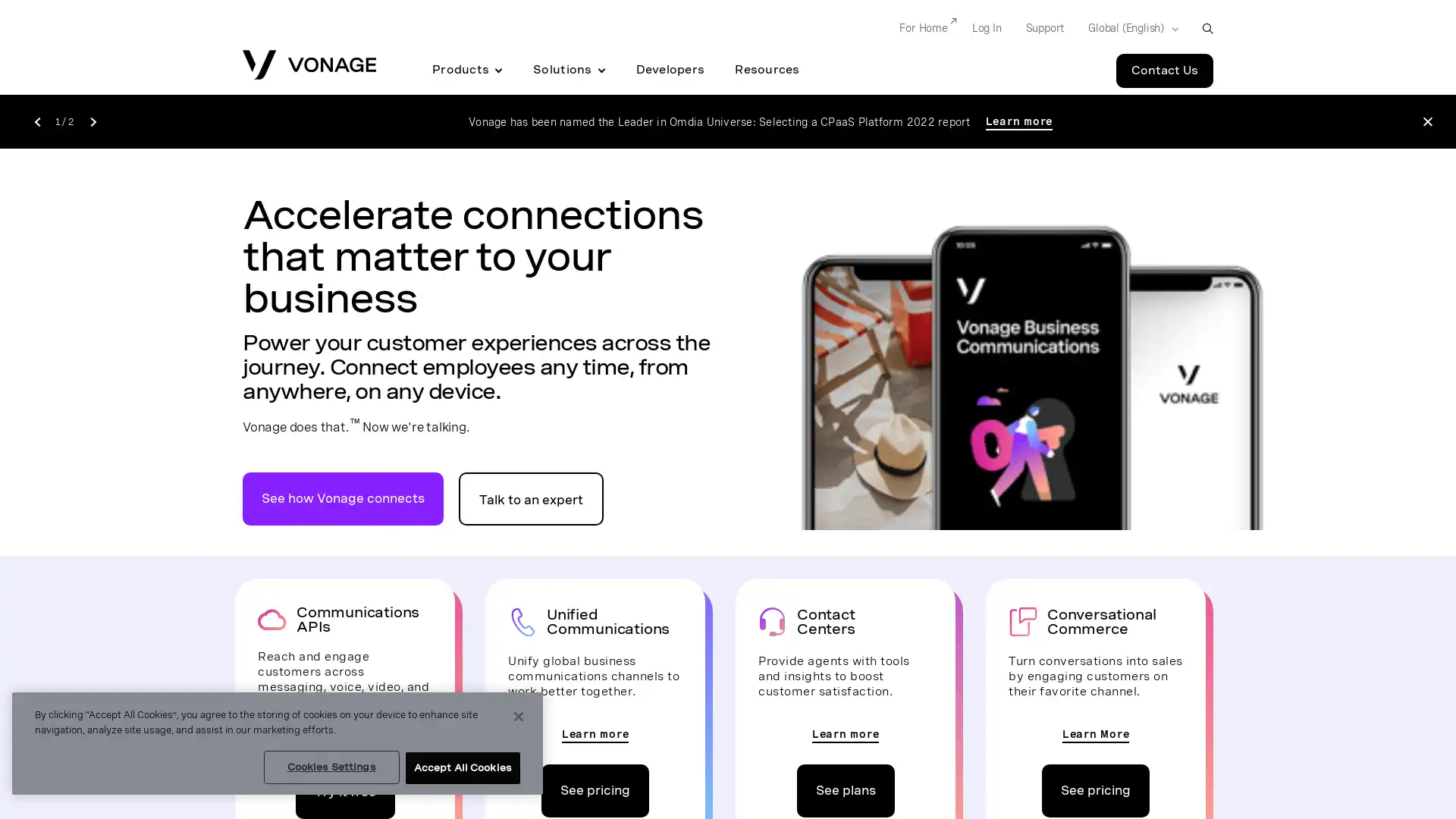 Image resolution: width=1456 pixels, height=819 pixels. What do you see at coordinates (519, 717) in the screenshot?
I see `Close` at bounding box center [519, 717].